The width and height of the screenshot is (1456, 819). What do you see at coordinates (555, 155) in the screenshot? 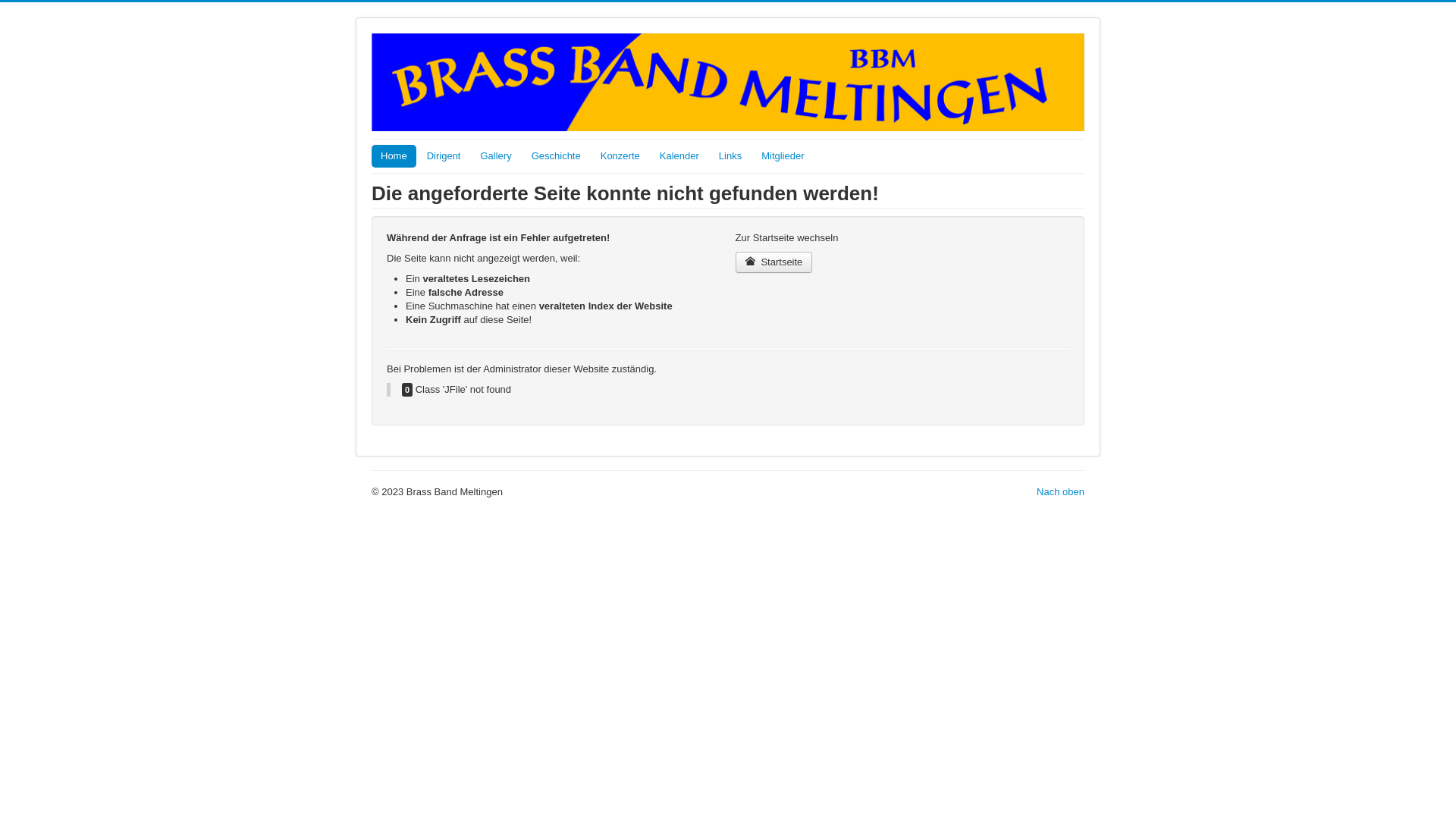
I see `'Geschichte'` at bounding box center [555, 155].